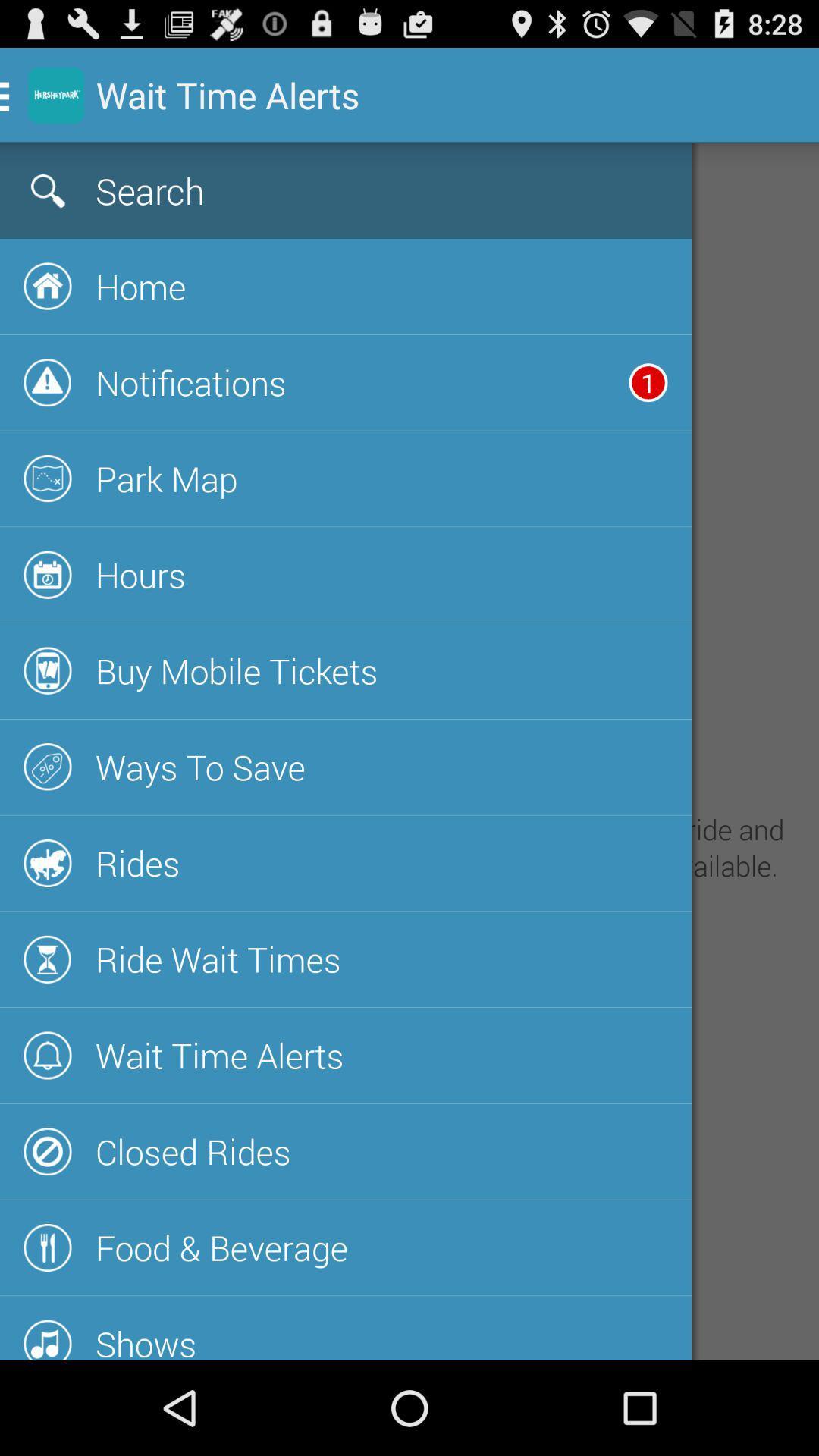 The image size is (819, 1456). What do you see at coordinates (47, 863) in the screenshot?
I see `the icon beside rides` at bounding box center [47, 863].